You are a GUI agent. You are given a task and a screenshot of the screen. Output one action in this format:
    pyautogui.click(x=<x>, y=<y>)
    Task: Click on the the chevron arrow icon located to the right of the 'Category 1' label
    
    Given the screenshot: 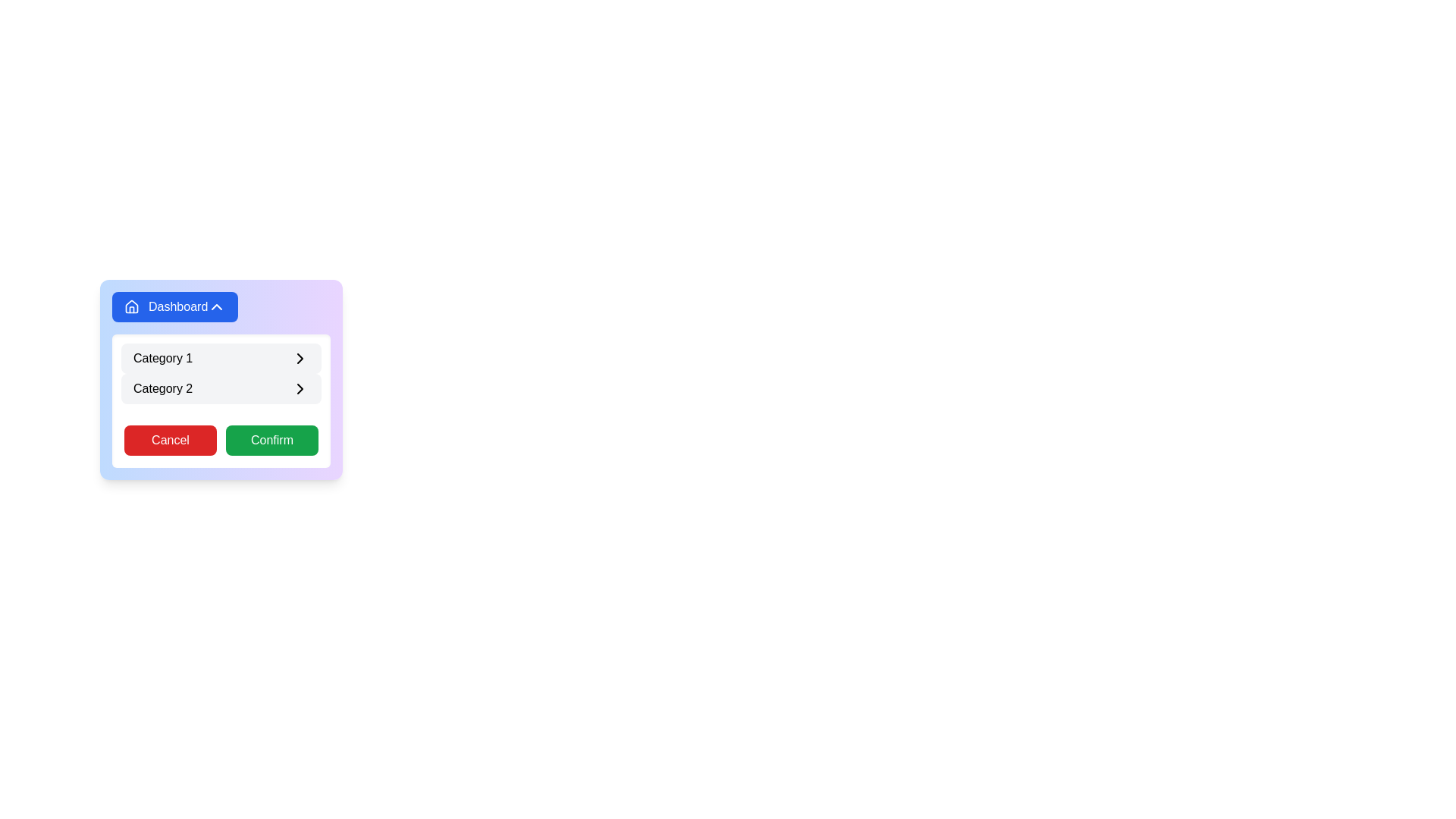 What is the action you would take?
    pyautogui.click(x=300, y=359)
    